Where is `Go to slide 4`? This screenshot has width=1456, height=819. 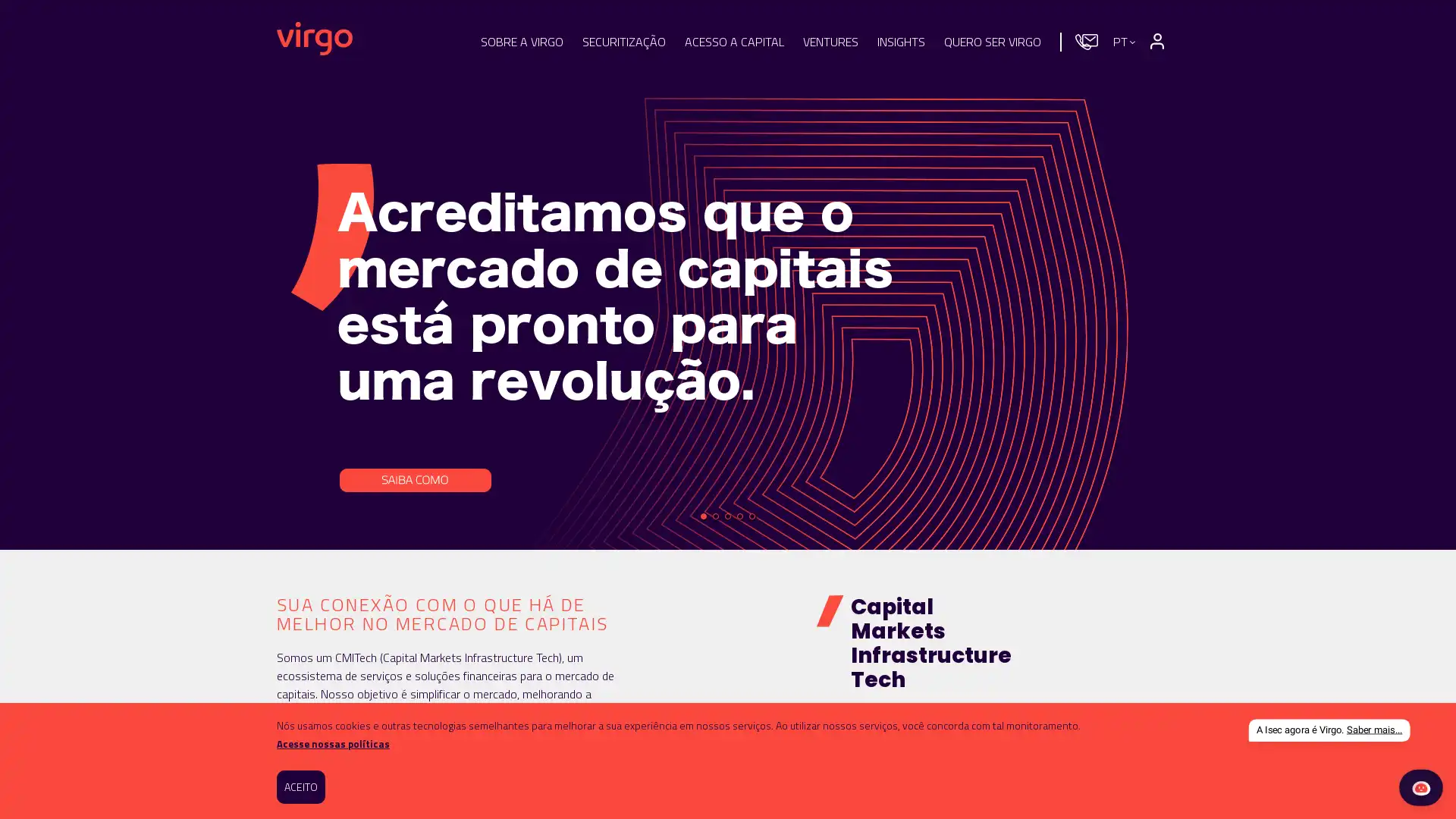
Go to slide 4 is located at coordinates (739, 516).